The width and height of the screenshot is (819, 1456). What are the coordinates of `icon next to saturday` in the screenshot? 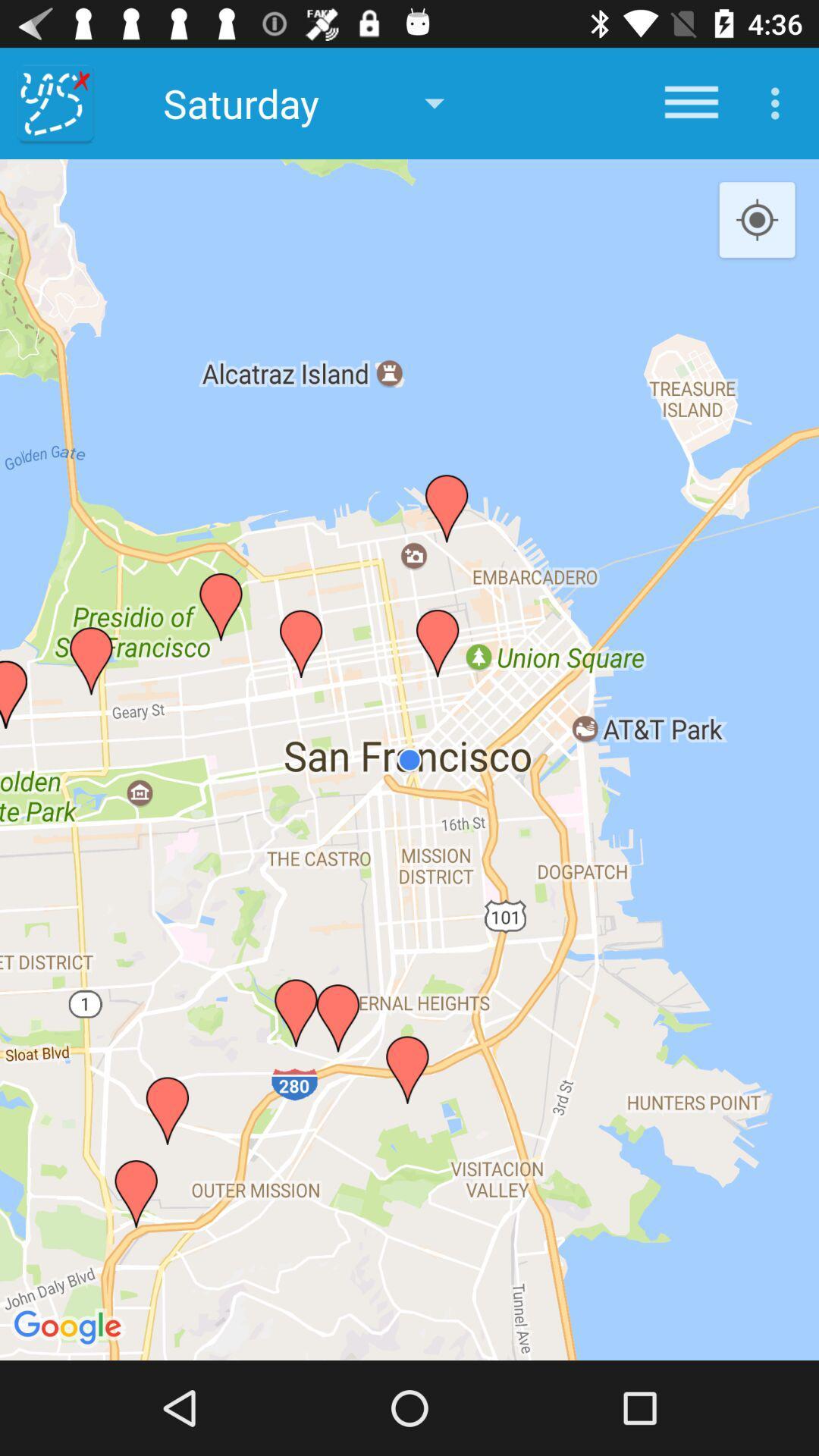 It's located at (691, 102).